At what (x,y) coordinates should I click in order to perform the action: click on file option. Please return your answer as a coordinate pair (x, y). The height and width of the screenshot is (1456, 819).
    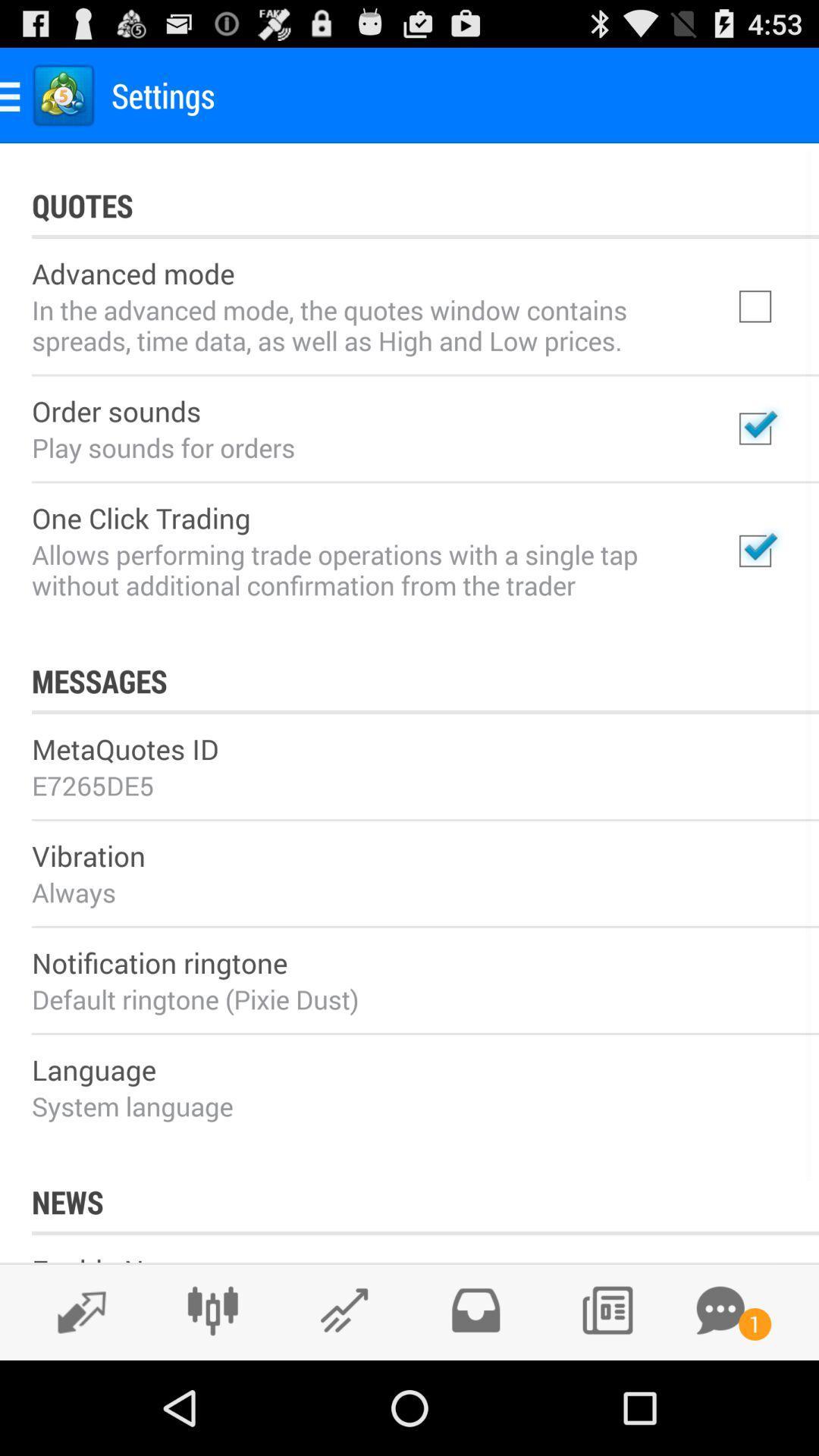
    Looking at the image, I should click on (475, 1310).